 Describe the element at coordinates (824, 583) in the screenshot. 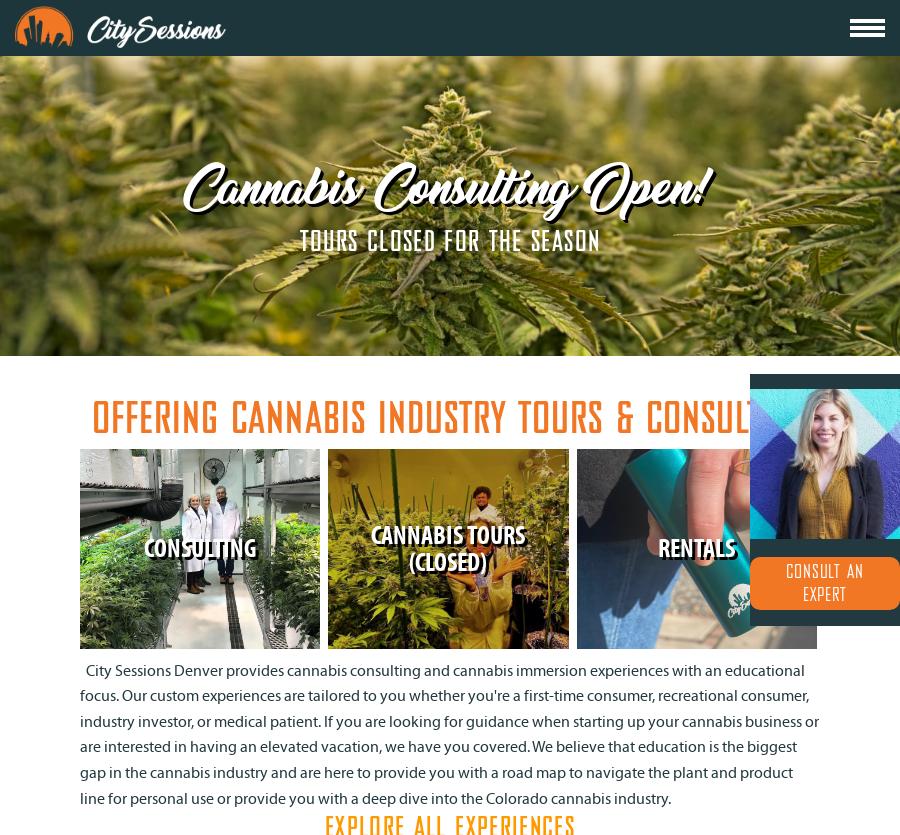

I see `'CONSULT AN EXPERT'` at that location.